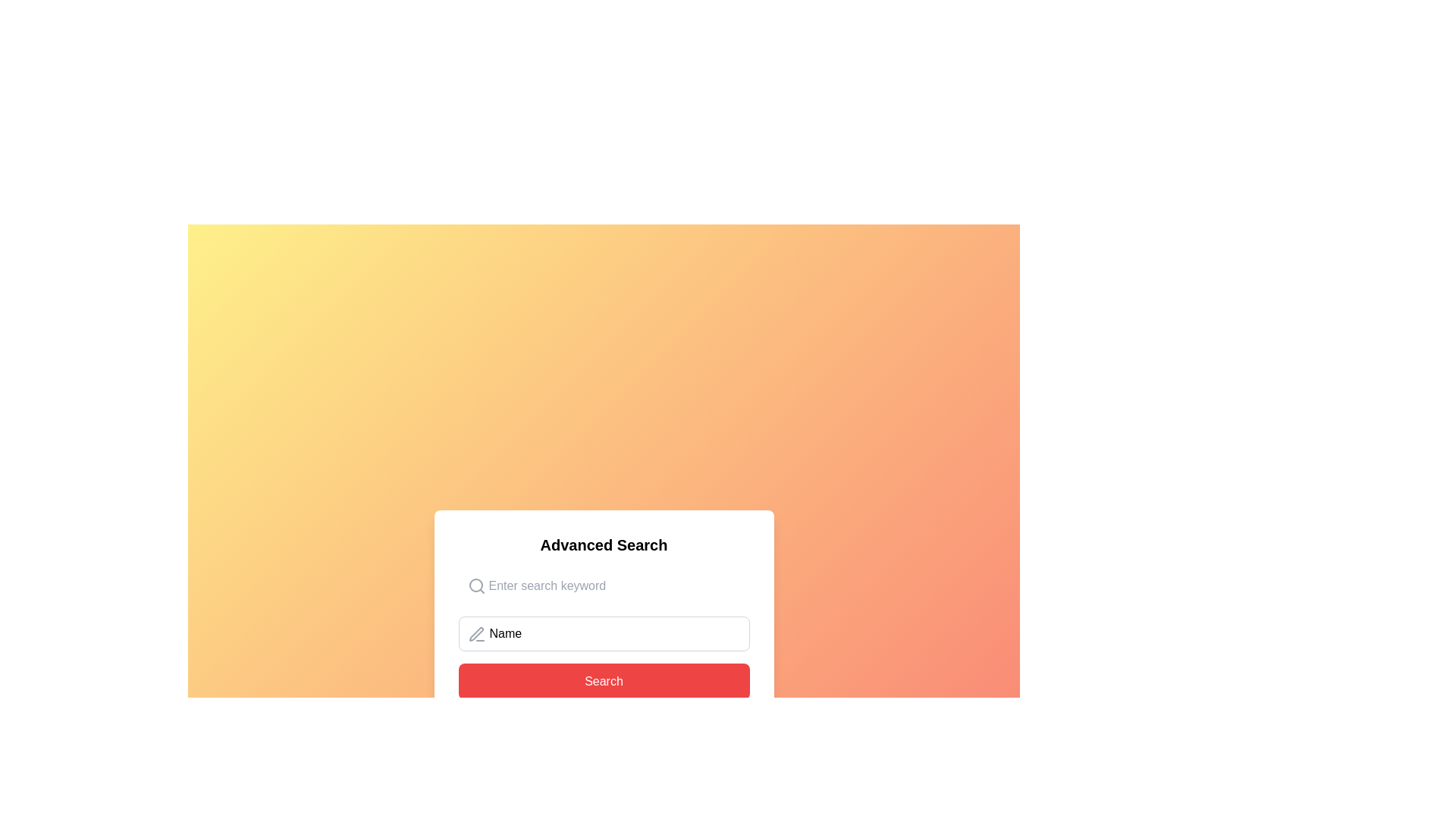 The width and height of the screenshot is (1456, 819). Describe the element at coordinates (475, 584) in the screenshot. I see `the circular lens of the magnifying glass icon representing search functionality, located in the top-left corner of the white advanced search card` at that location.